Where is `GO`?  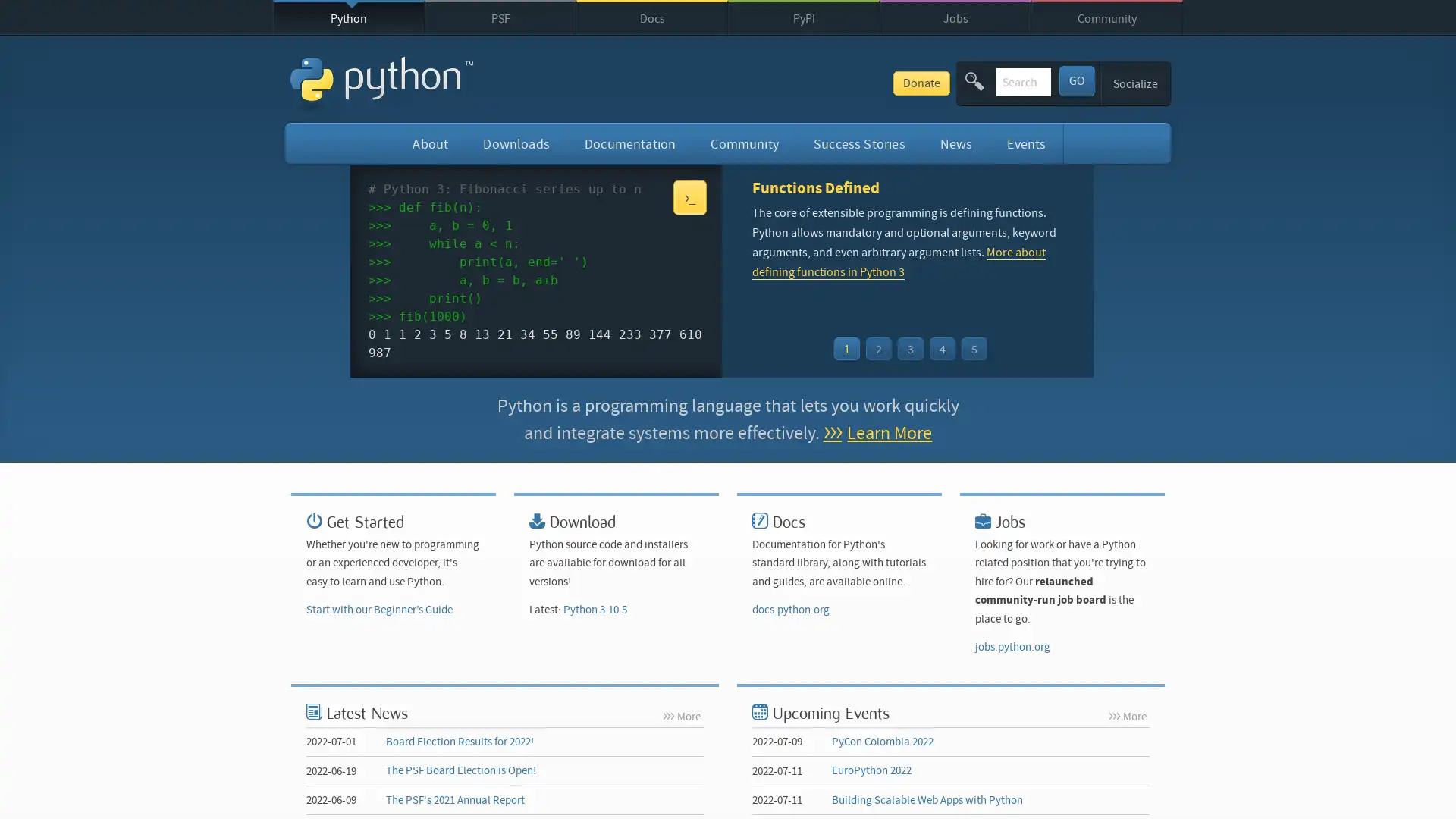 GO is located at coordinates (1075, 80).